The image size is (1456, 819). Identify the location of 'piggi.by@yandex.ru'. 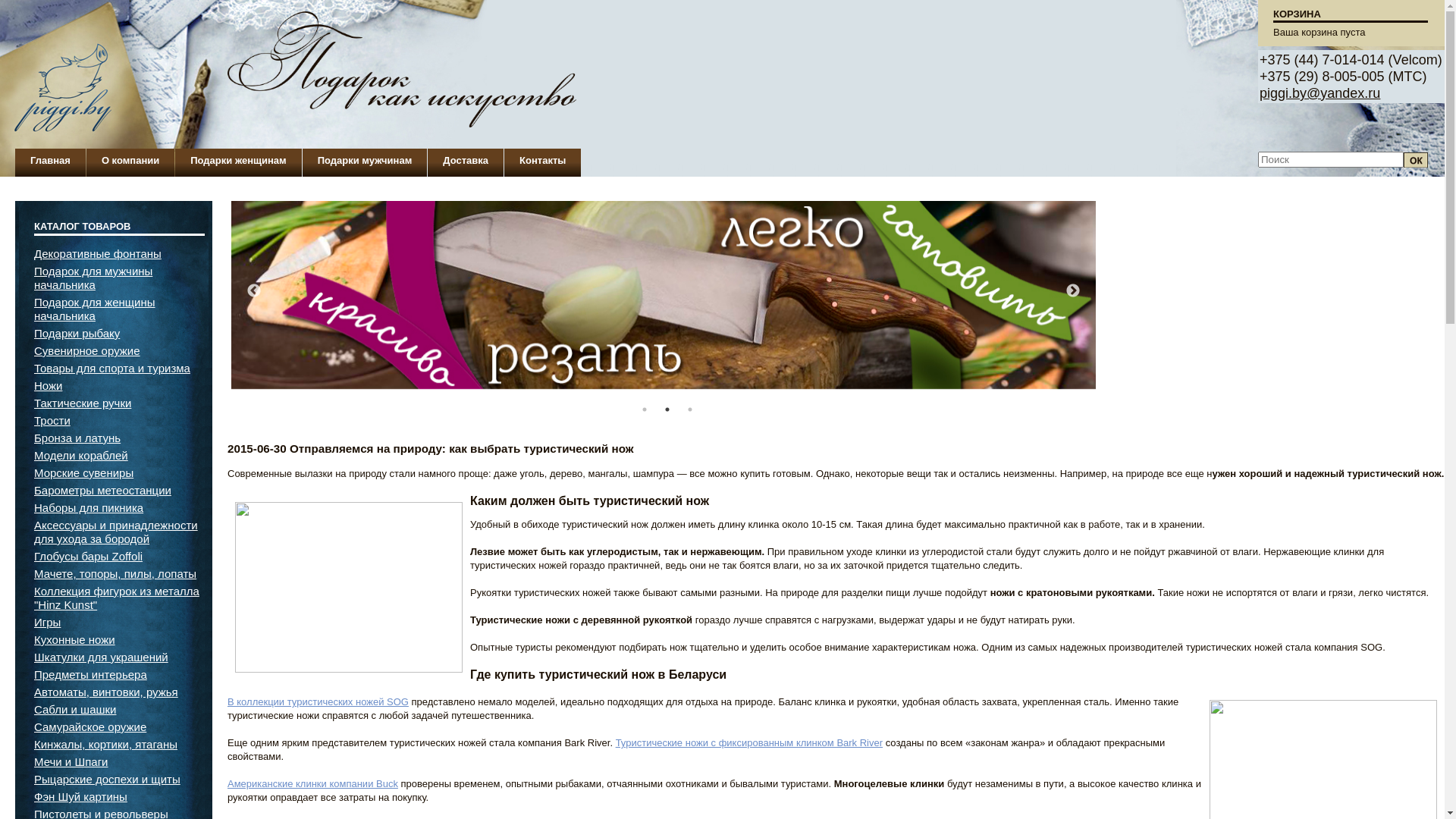
(1319, 93).